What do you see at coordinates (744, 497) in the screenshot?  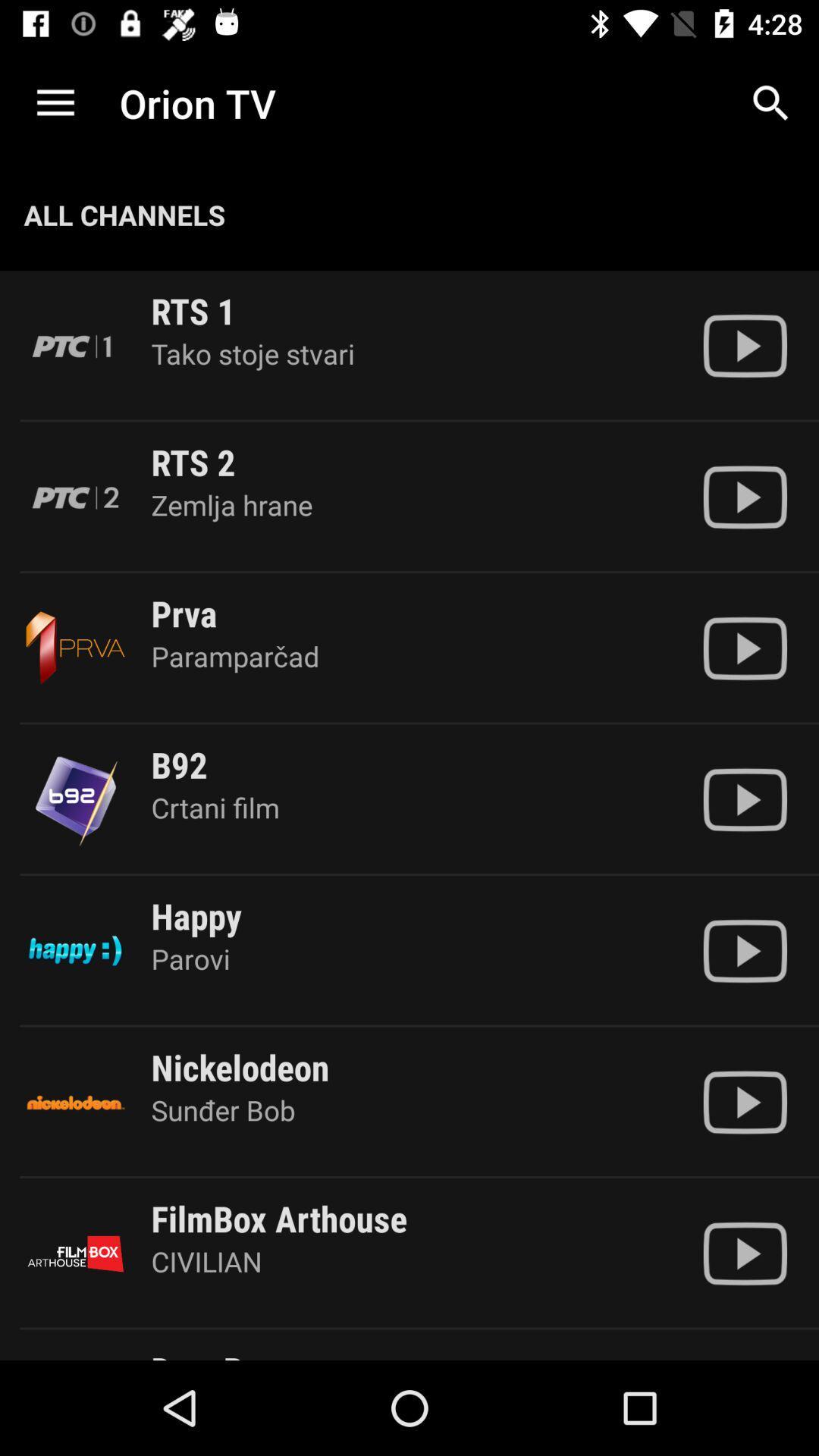 I see `the channel` at bounding box center [744, 497].